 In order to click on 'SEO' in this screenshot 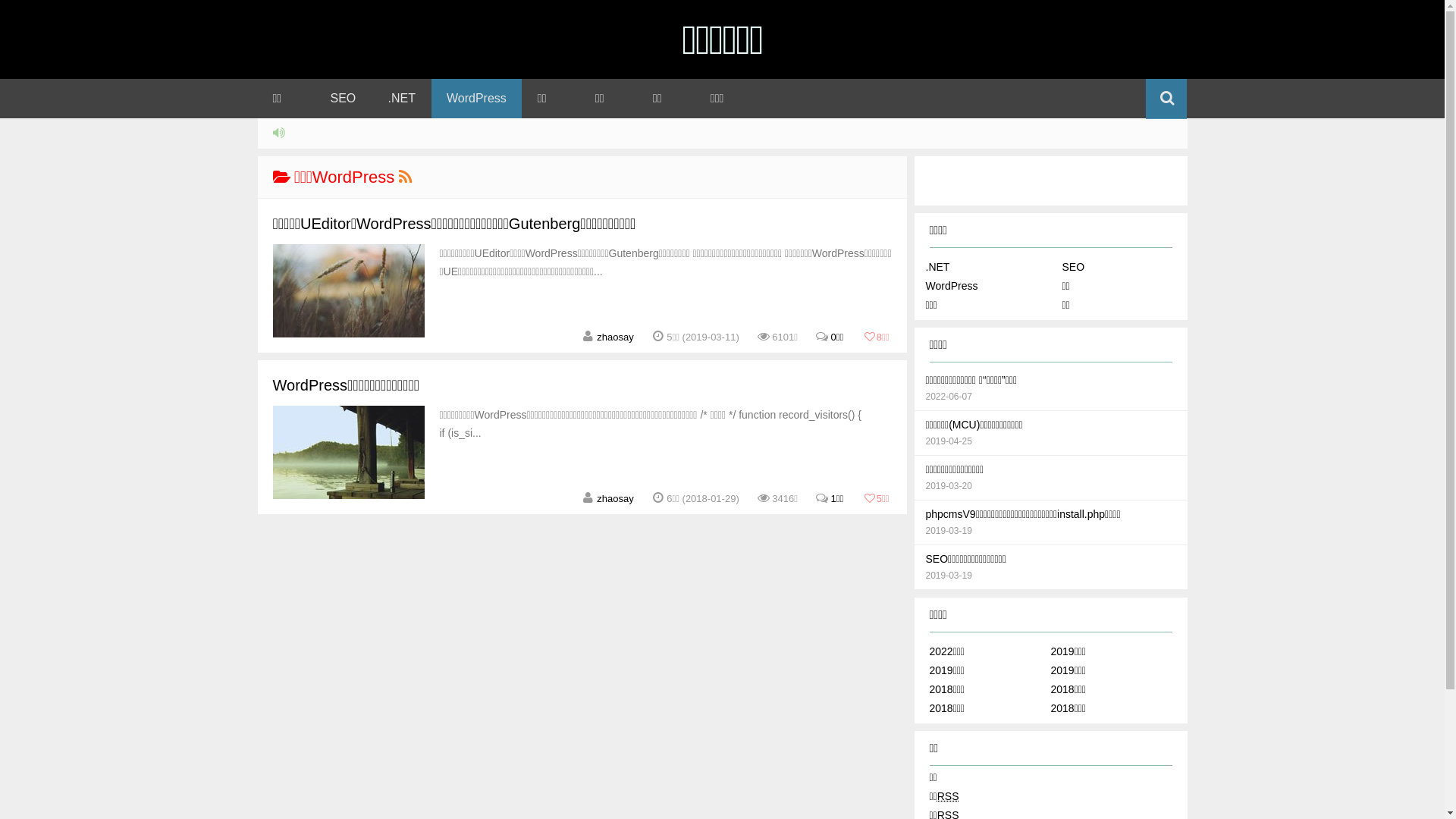, I will do `click(343, 99)`.